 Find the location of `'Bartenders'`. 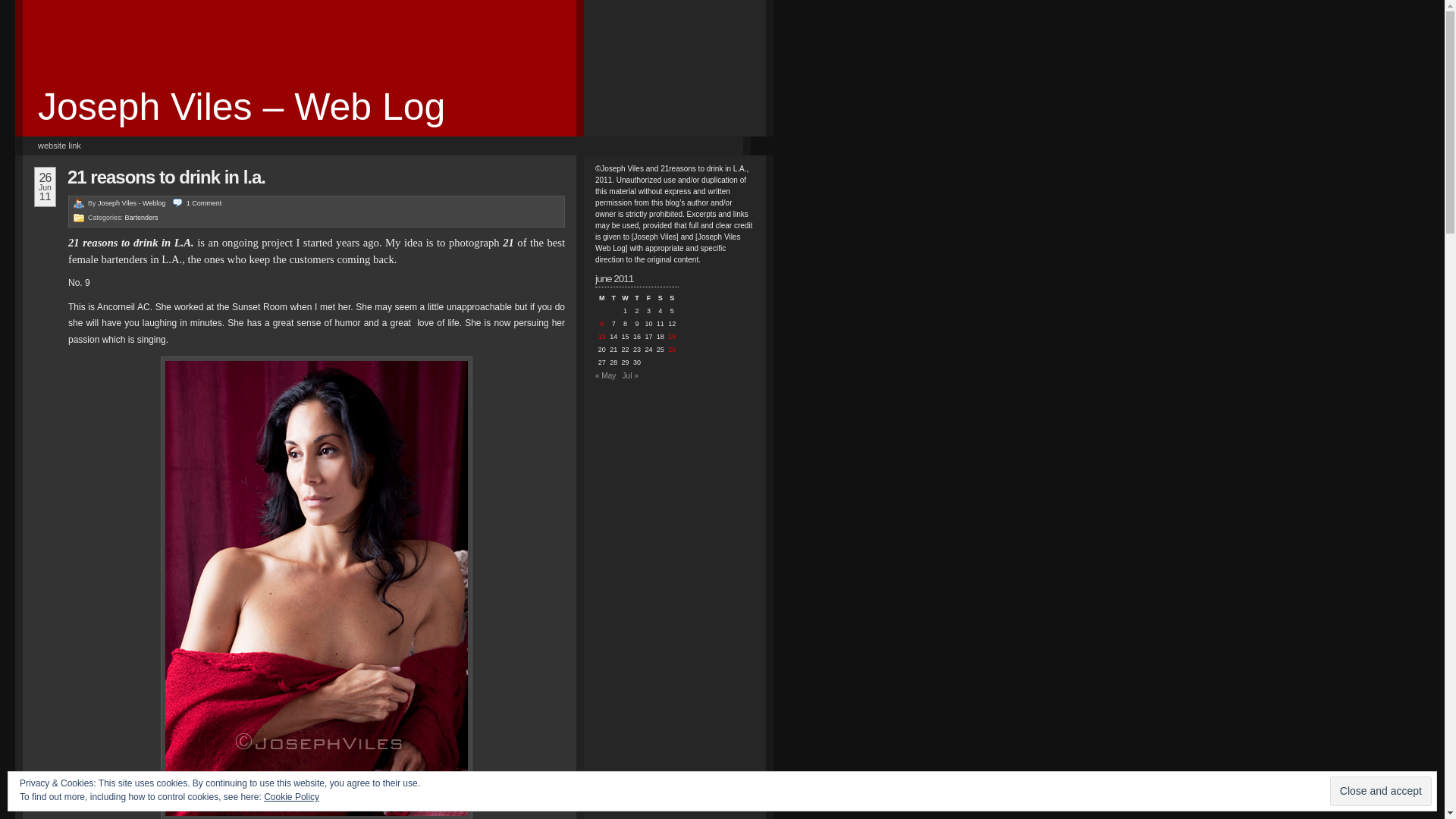

'Bartenders' is located at coordinates (142, 217).